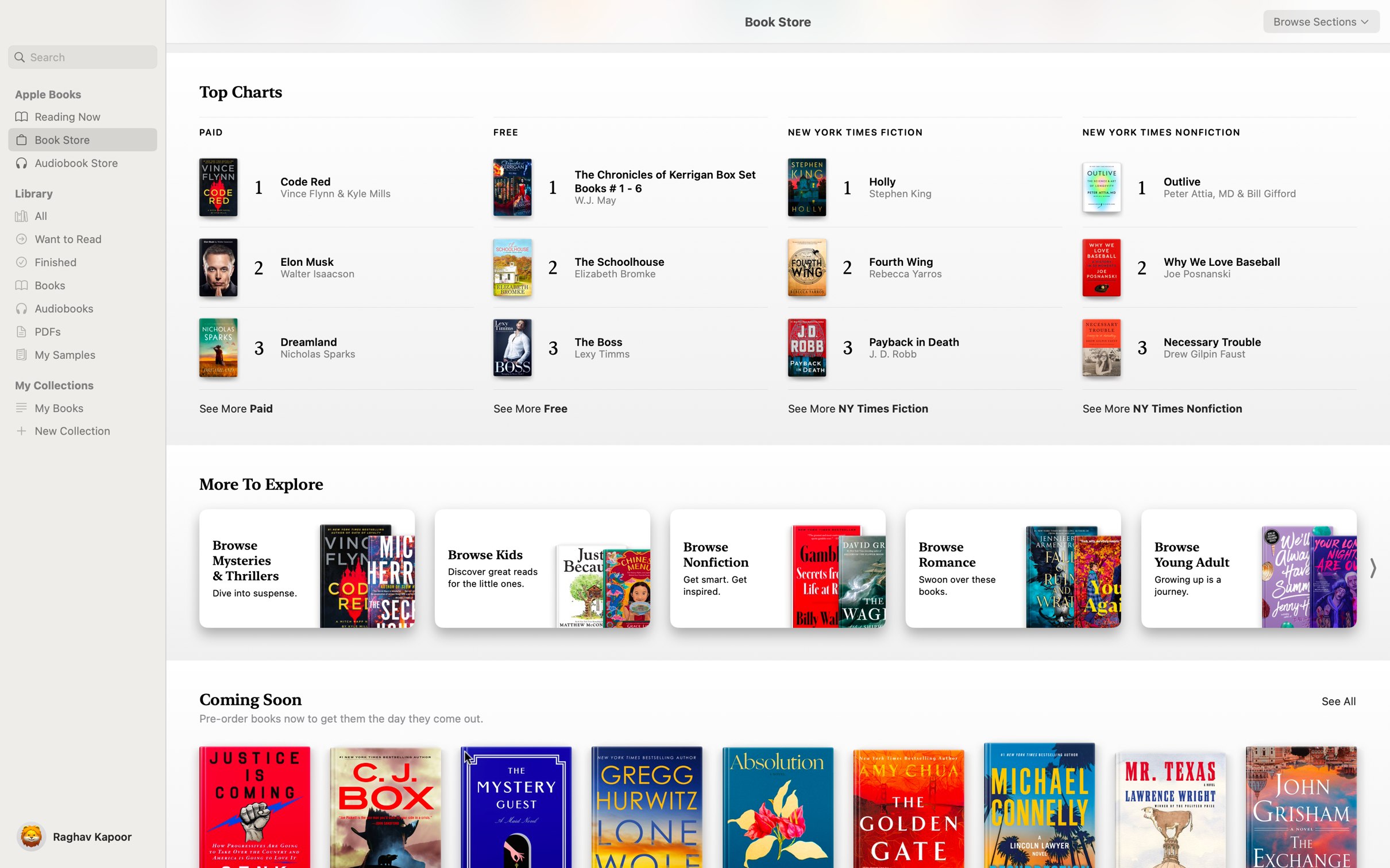  I want to click on Read "The Schoolhouse" from Top Charts, so click(616, 265).